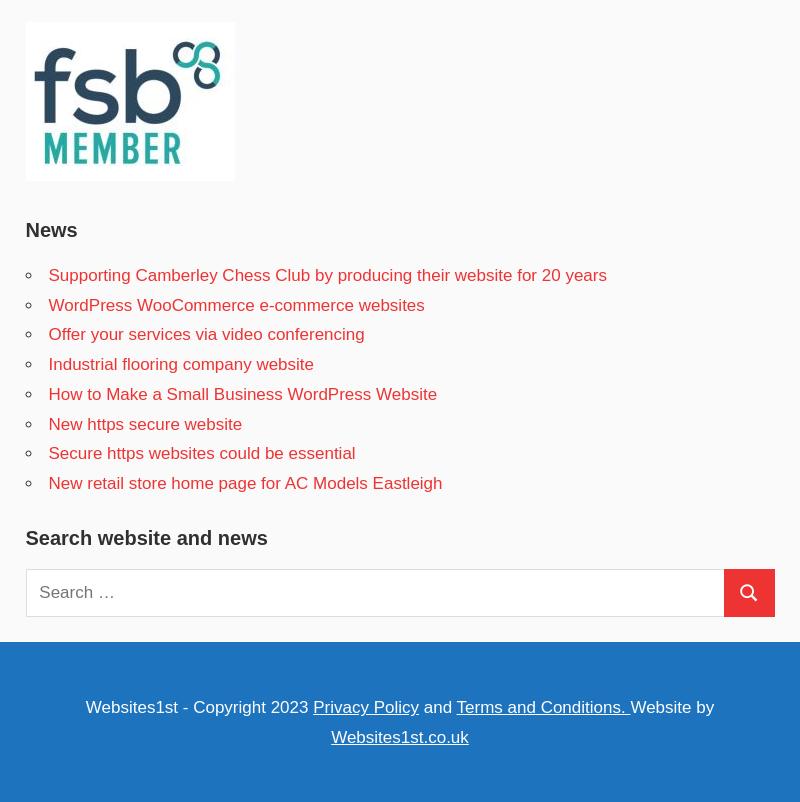  What do you see at coordinates (244, 483) in the screenshot?
I see `'New retail store home page for AC Models Eastleigh'` at bounding box center [244, 483].